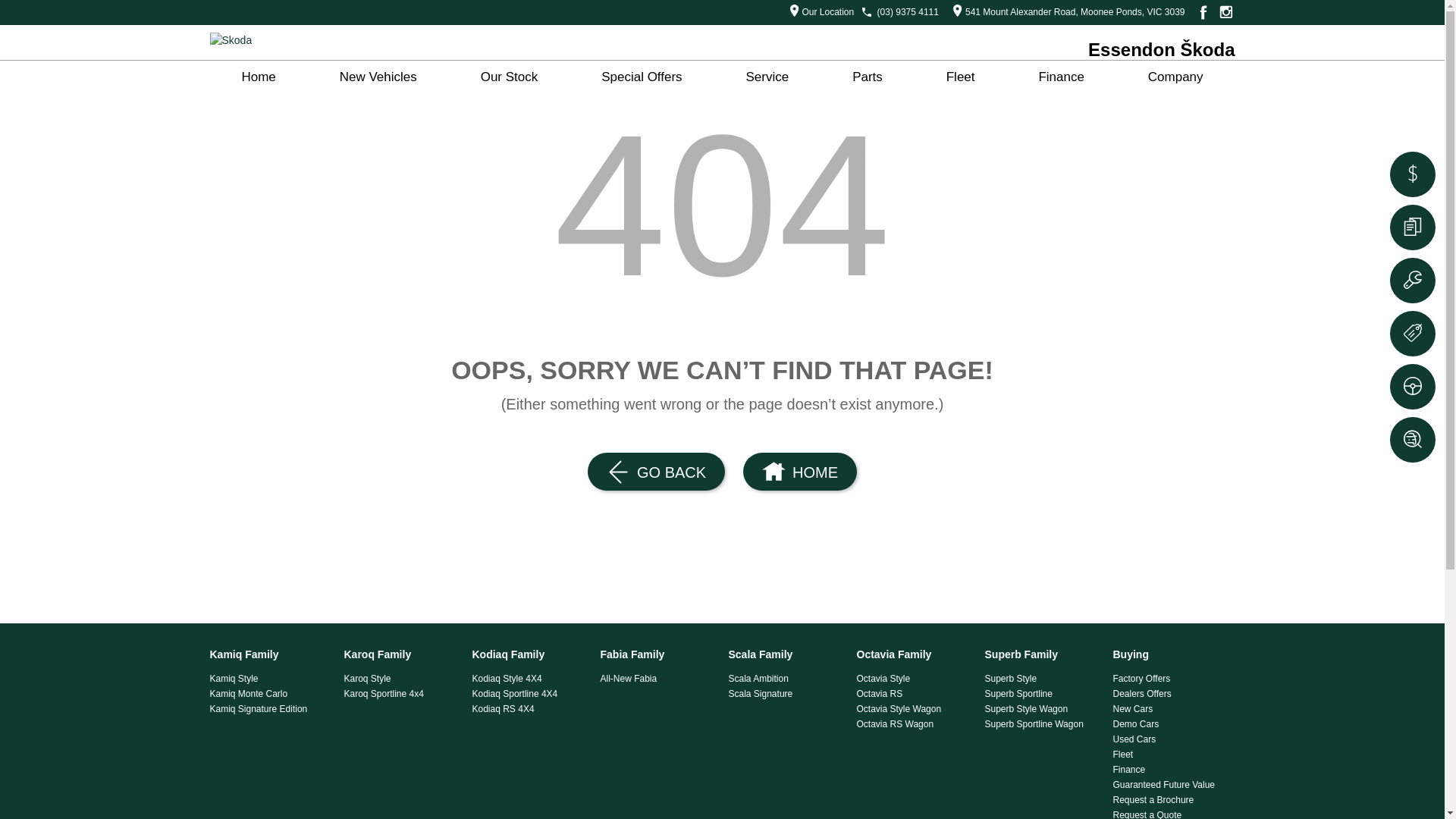 This screenshot has width=1456, height=819. I want to click on 'Kodiaq Sportline 4X4', so click(529, 693).